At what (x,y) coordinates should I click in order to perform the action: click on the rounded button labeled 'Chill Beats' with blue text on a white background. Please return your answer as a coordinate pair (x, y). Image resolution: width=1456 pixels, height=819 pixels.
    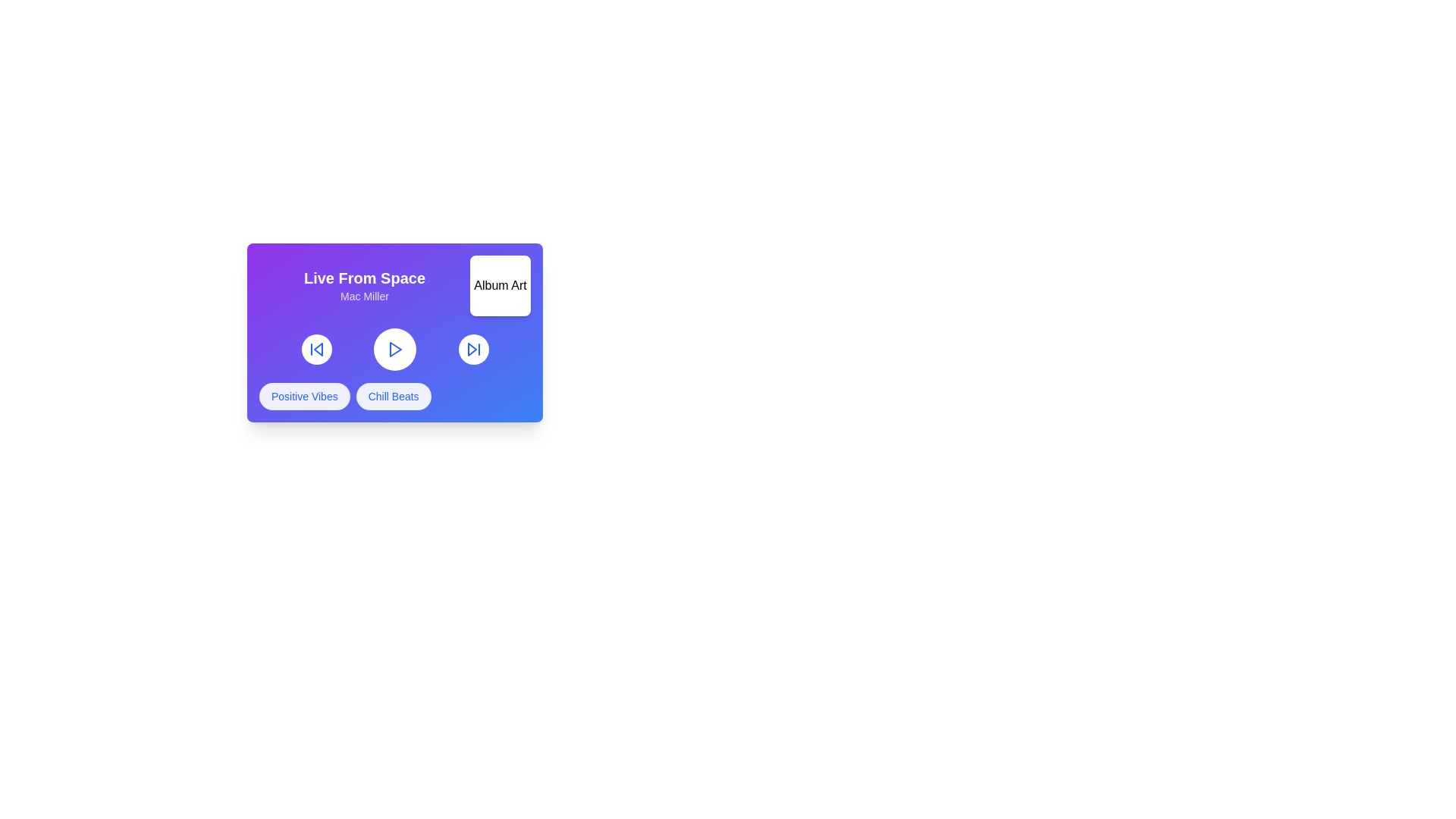
    Looking at the image, I should click on (394, 396).